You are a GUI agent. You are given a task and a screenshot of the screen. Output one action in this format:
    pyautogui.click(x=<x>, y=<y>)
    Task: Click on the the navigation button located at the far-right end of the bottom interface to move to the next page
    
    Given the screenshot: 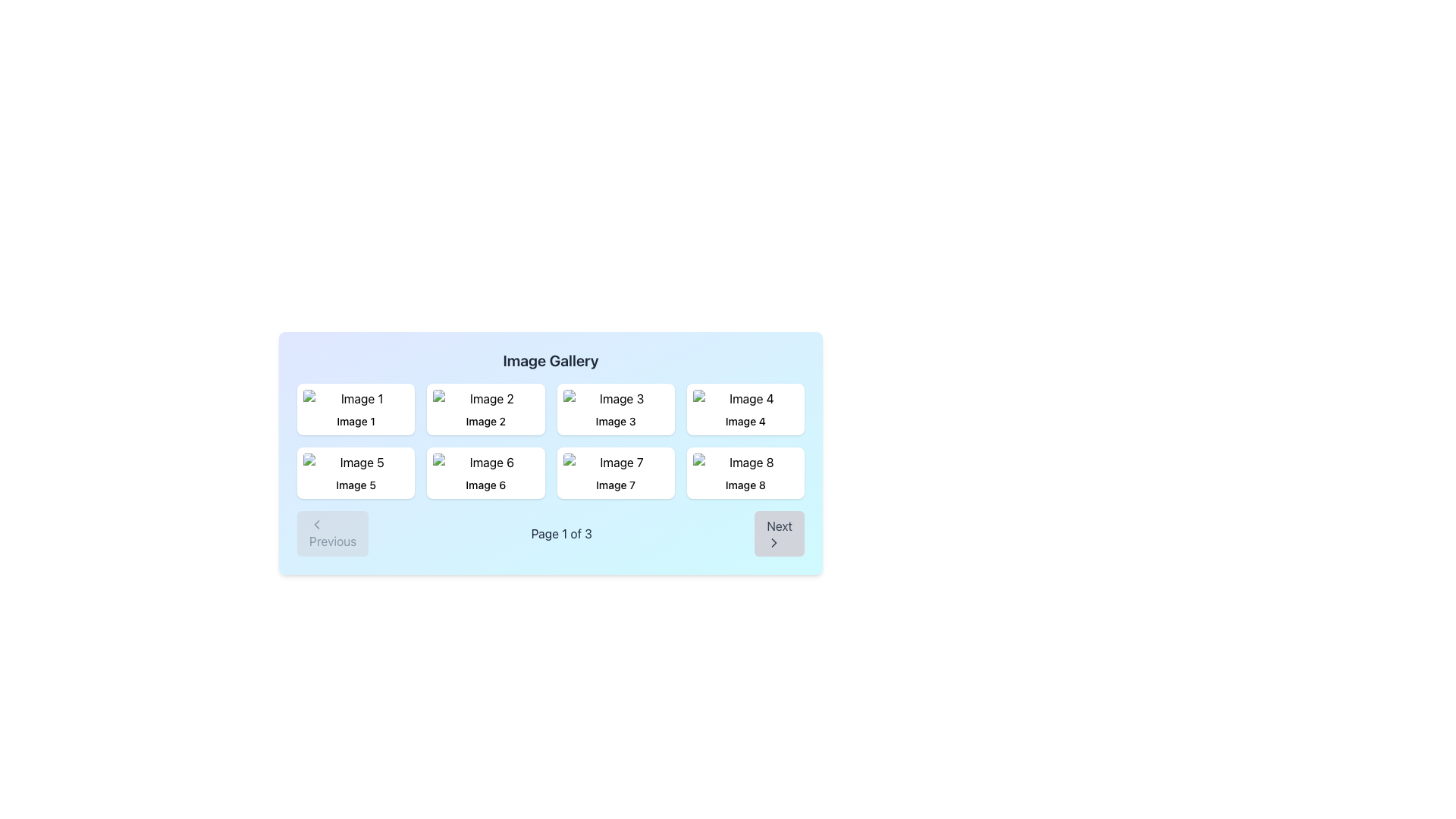 What is the action you would take?
    pyautogui.click(x=779, y=533)
    